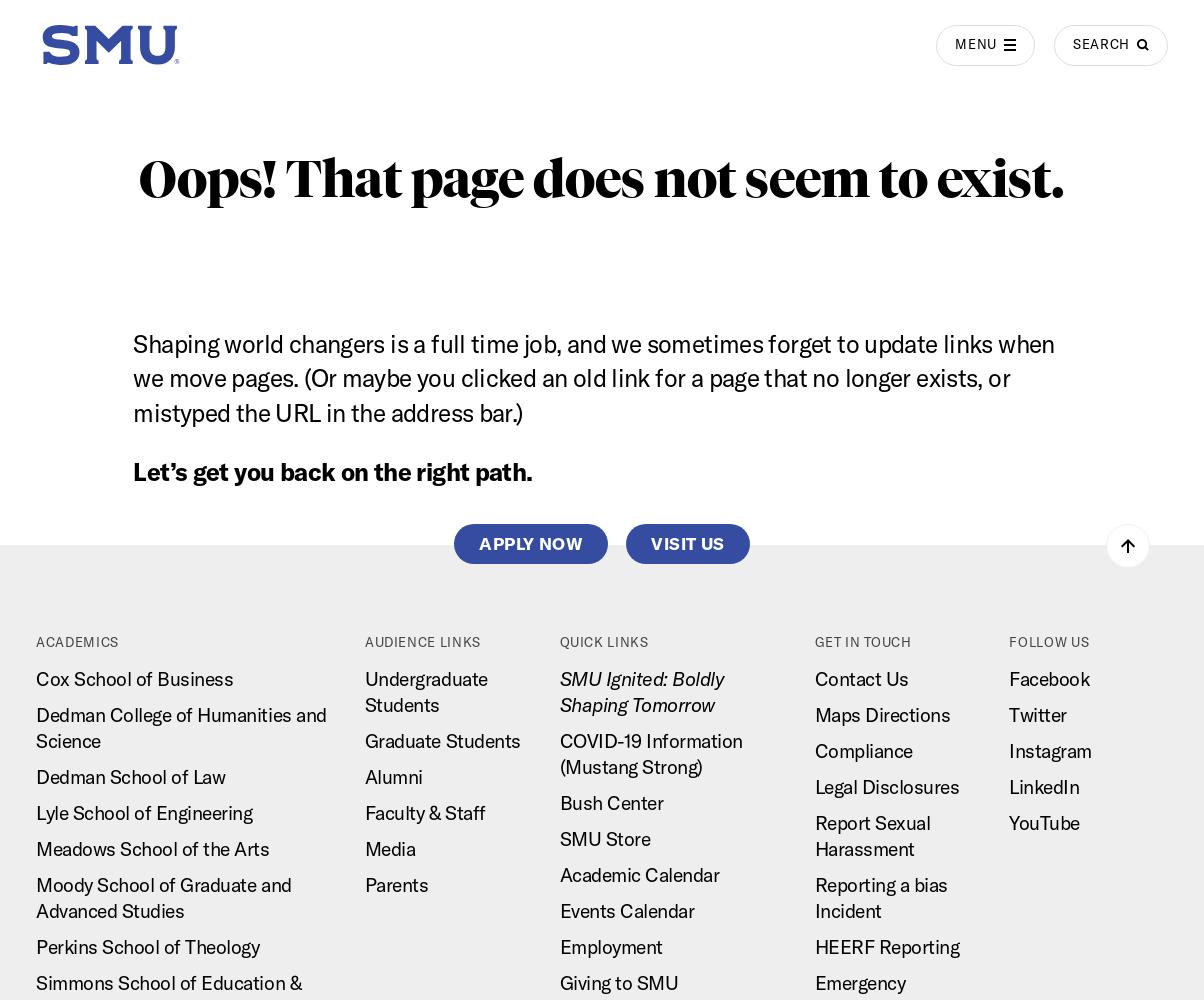  What do you see at coordinates (880, 897) in the screenshot?
I see `'Reporting a bias Incident'` at bounding box center [880, 897].